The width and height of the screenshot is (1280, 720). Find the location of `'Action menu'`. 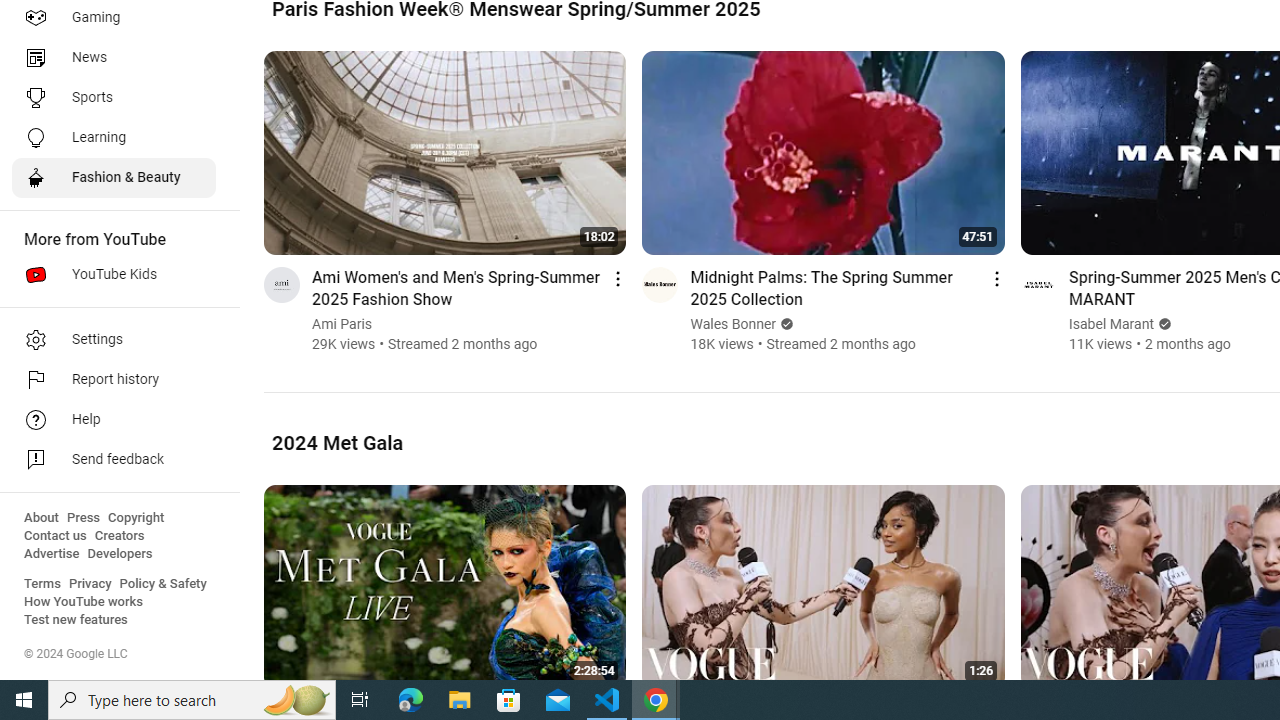

'Action menu' is located at coordinates (996, 278).